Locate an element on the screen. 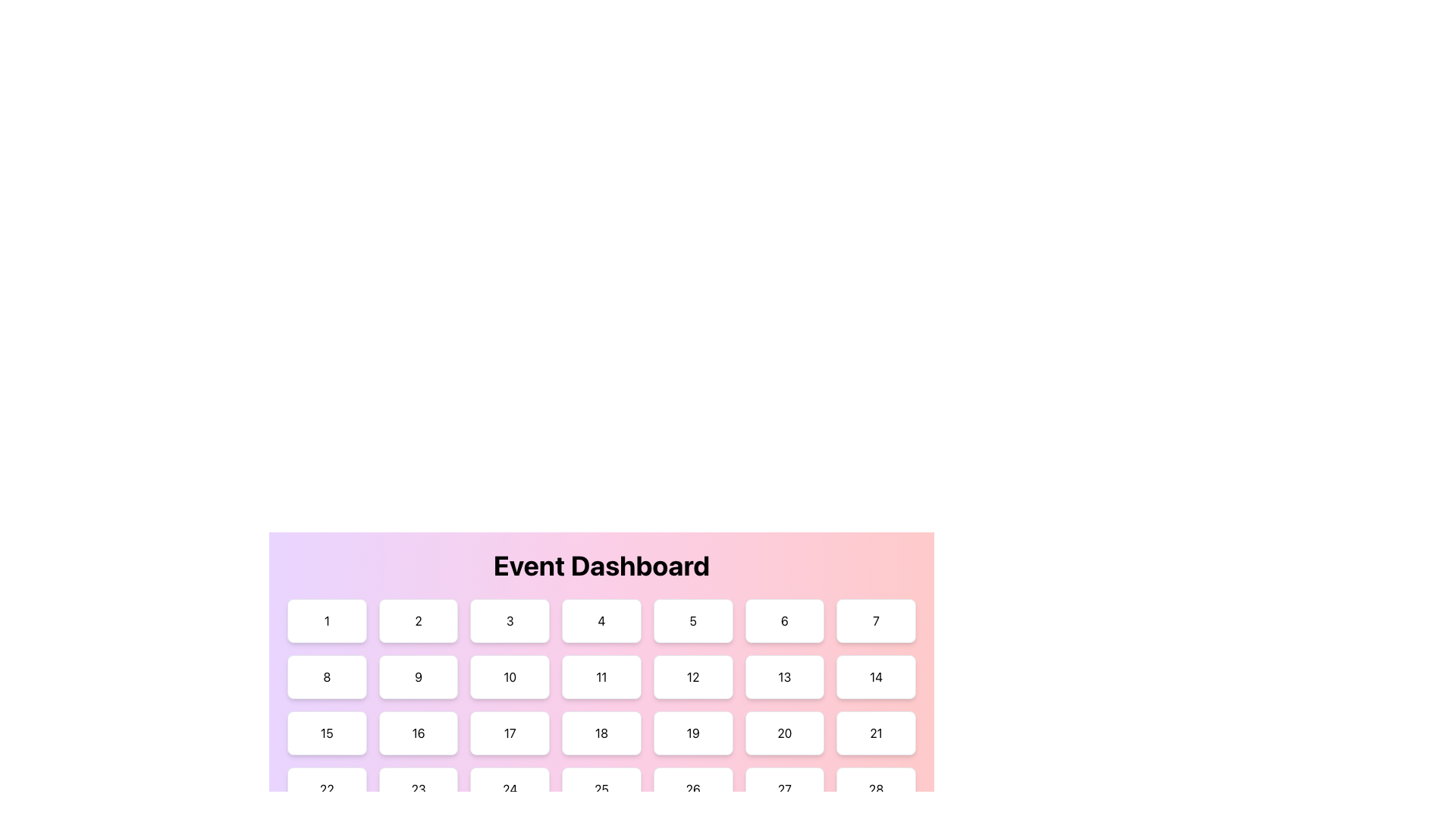 The image size is (1456, 819). the selectable option button for '4' is located at coordinates (601, 620).